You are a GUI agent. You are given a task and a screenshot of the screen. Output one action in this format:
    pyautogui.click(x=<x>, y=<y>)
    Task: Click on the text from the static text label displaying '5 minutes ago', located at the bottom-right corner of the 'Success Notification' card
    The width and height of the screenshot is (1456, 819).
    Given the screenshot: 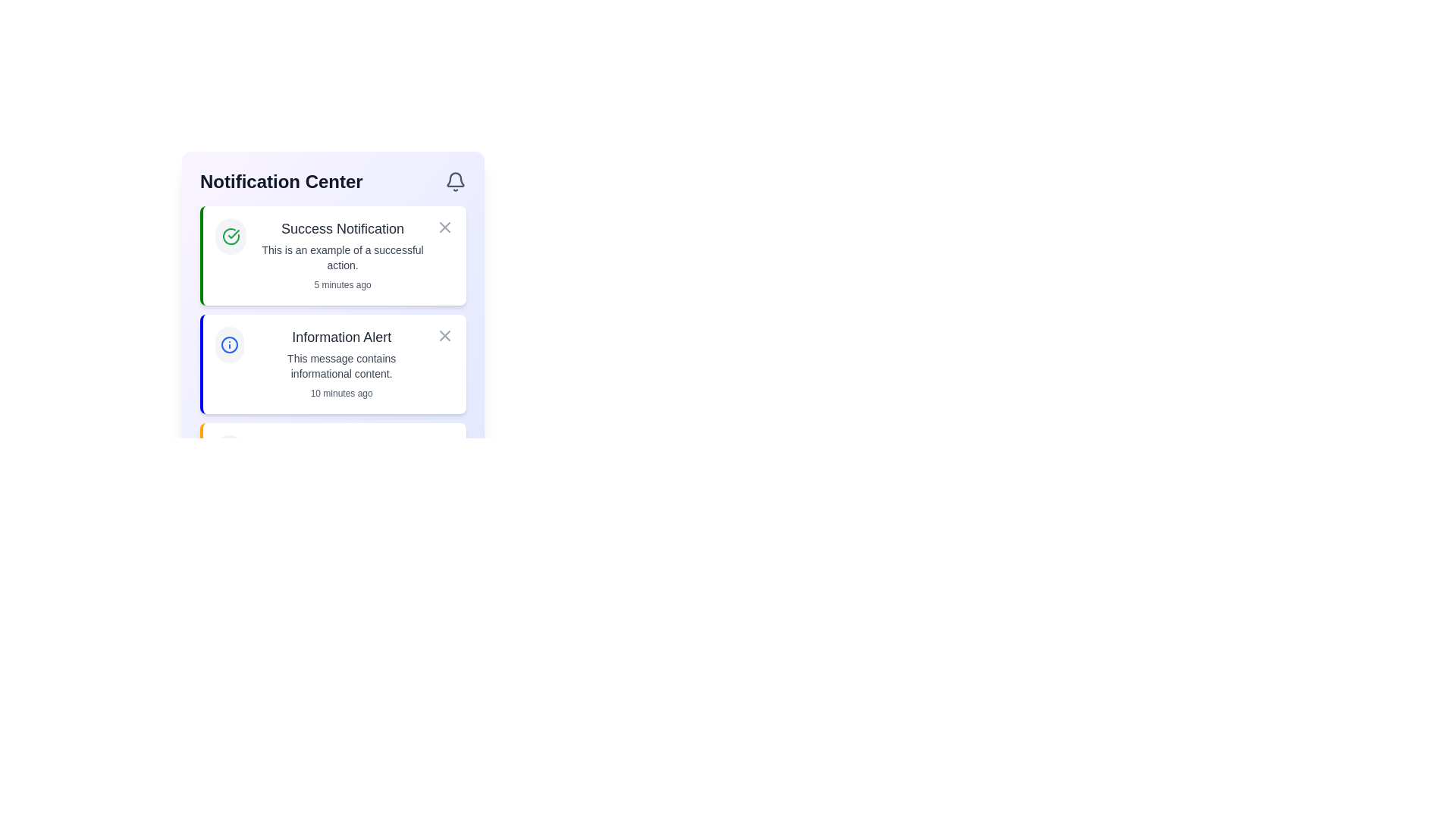 What is the action you would take?
    pyautogui.click(x=342, y=284)
    